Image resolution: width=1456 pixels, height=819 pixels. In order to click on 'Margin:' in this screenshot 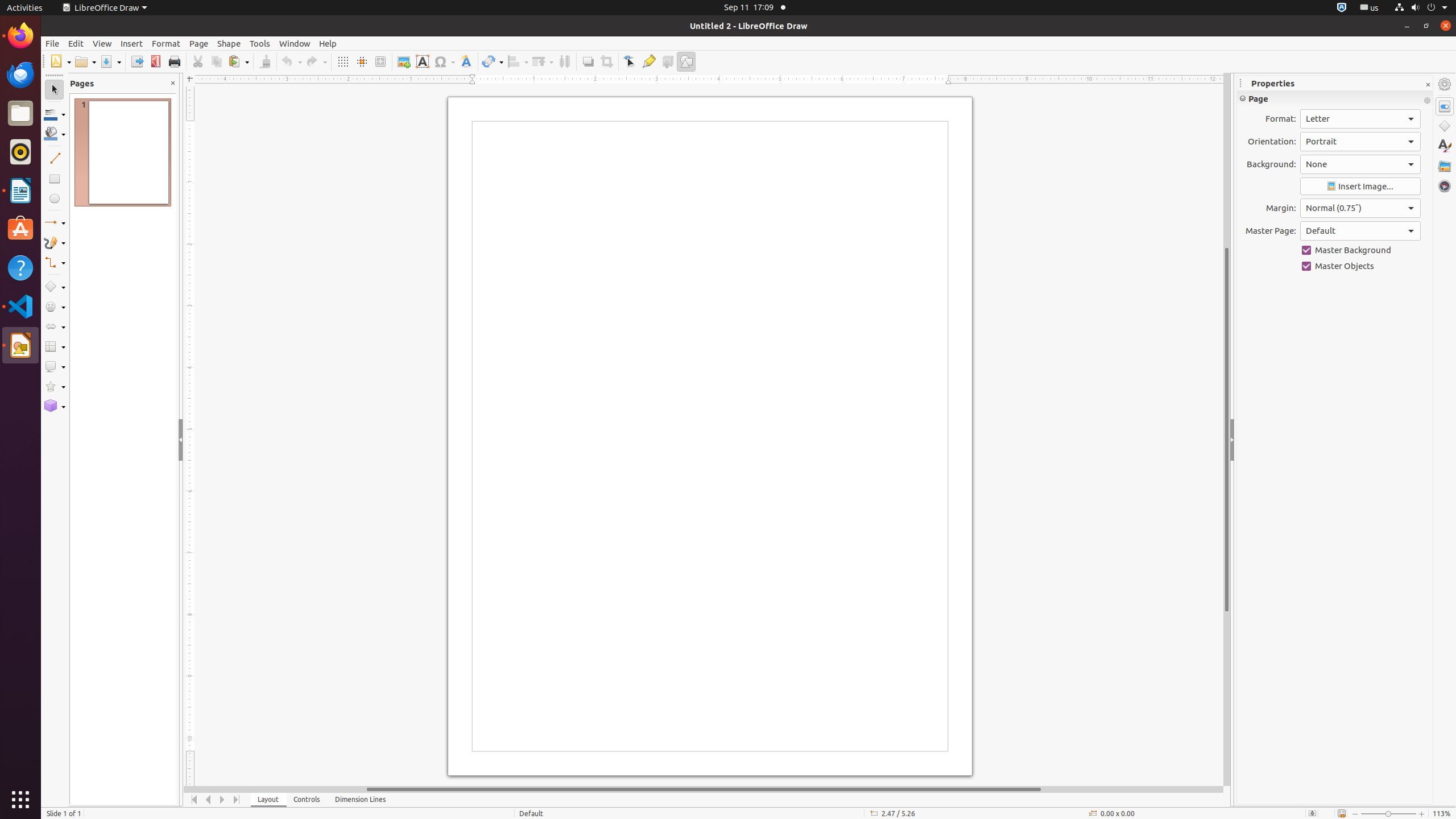, I will do `click(1360, 208)`.